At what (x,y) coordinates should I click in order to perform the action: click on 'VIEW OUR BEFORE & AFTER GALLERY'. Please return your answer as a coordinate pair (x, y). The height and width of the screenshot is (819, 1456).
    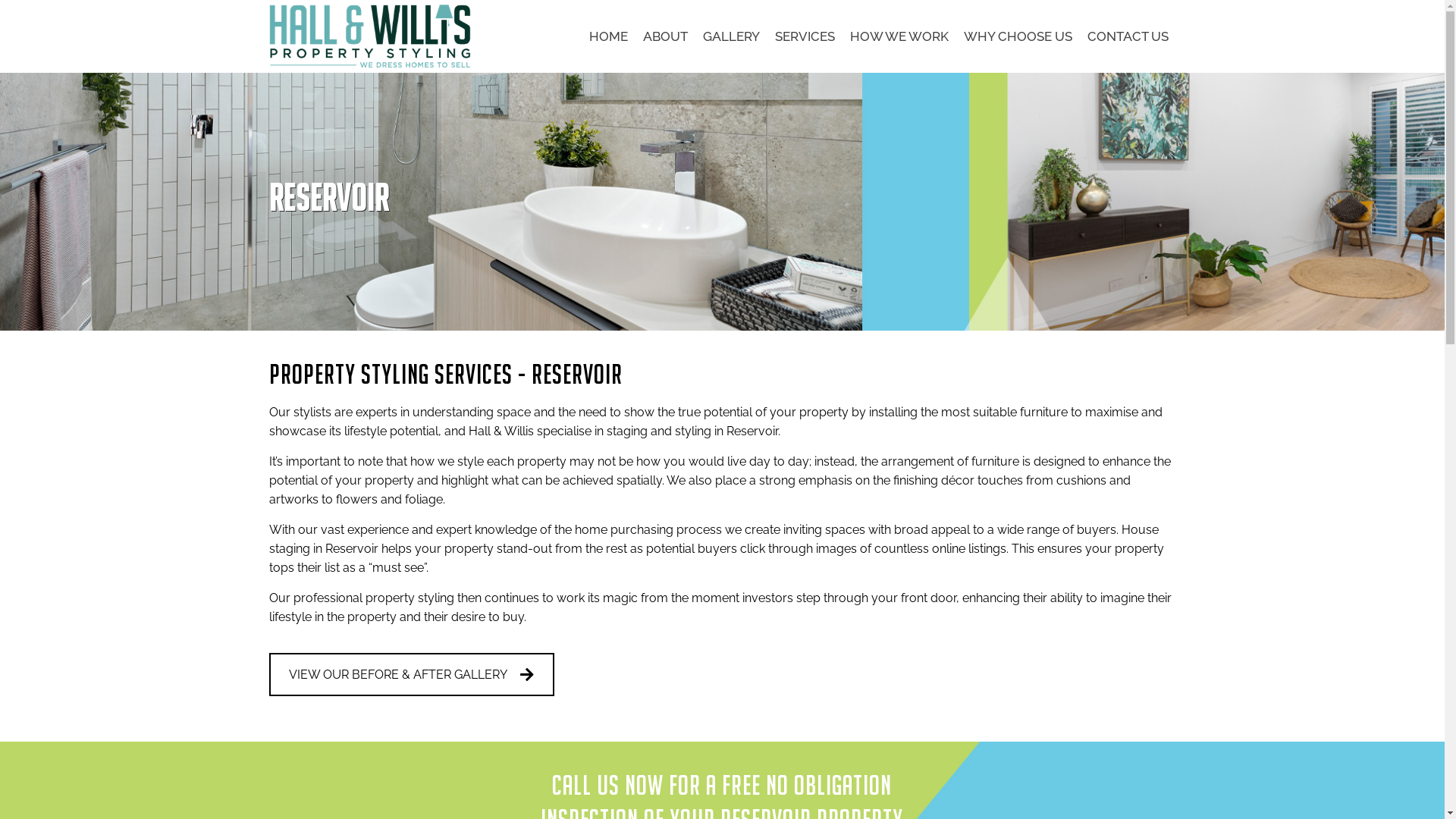
    Looking at the image, I should click on (269, 673).